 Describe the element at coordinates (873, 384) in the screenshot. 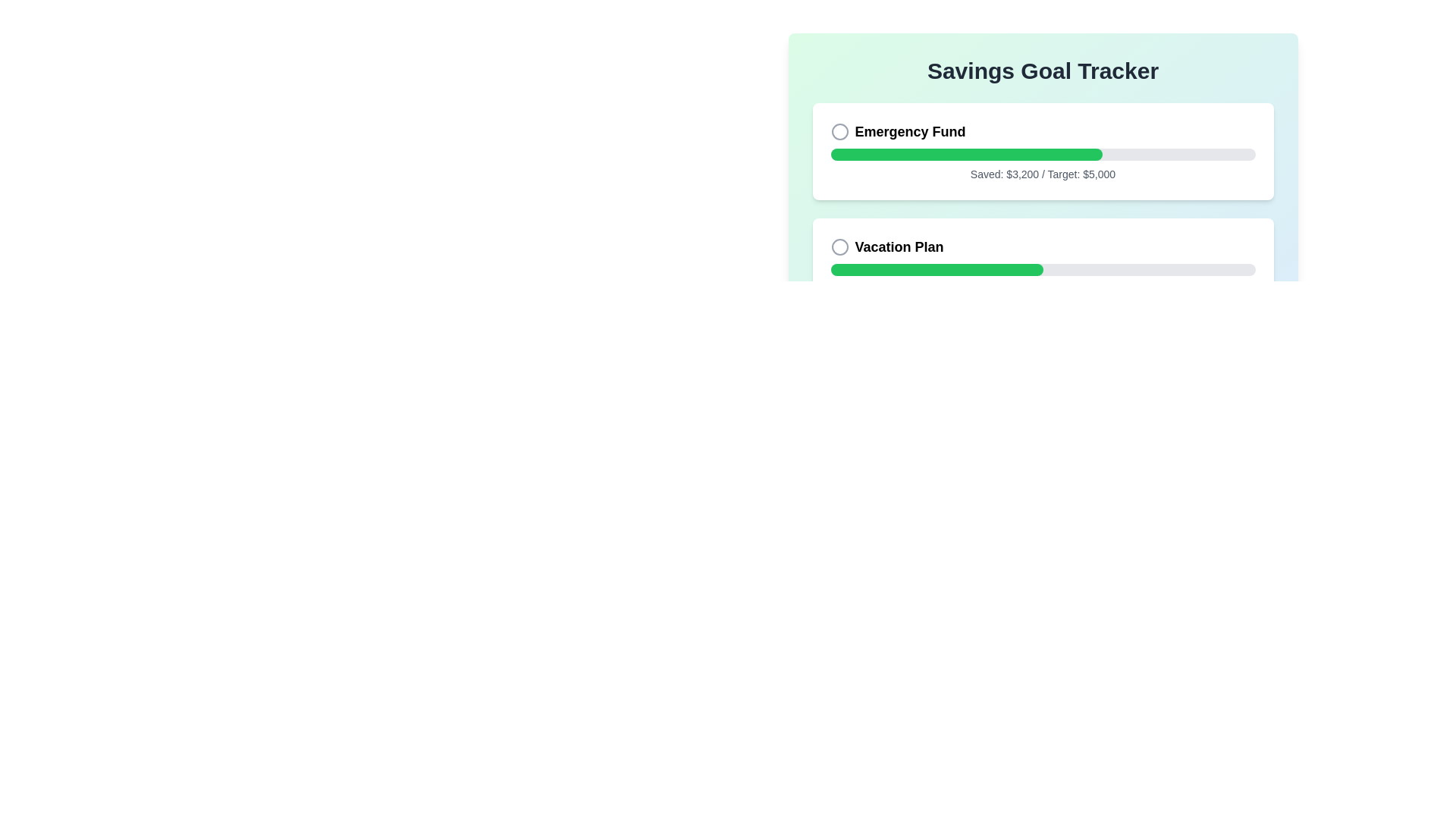

I see `the left segment of the progress bar in the 'Savings Goal Tracker' interface, which visually represents the percentage of the 'Vacation Plan' progress` at that location.